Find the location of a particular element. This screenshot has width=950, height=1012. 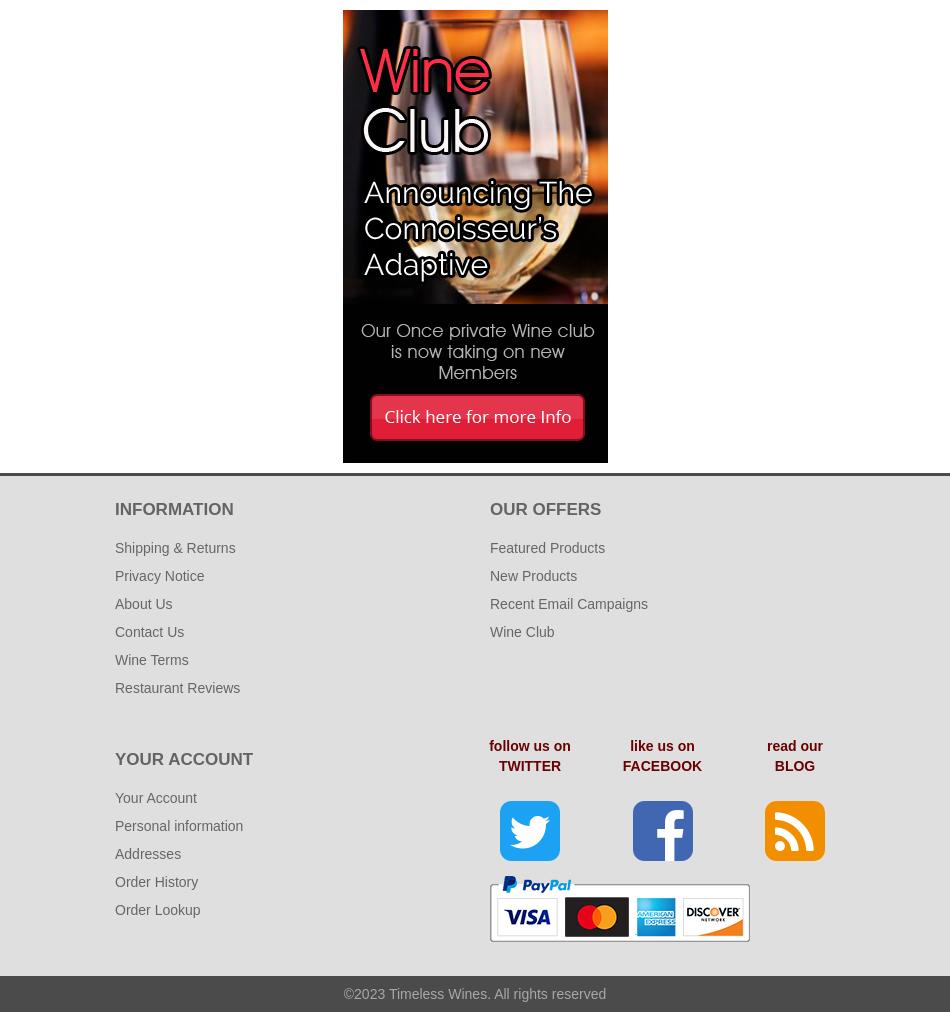

'like us on' is located at coordinates (661, 746).